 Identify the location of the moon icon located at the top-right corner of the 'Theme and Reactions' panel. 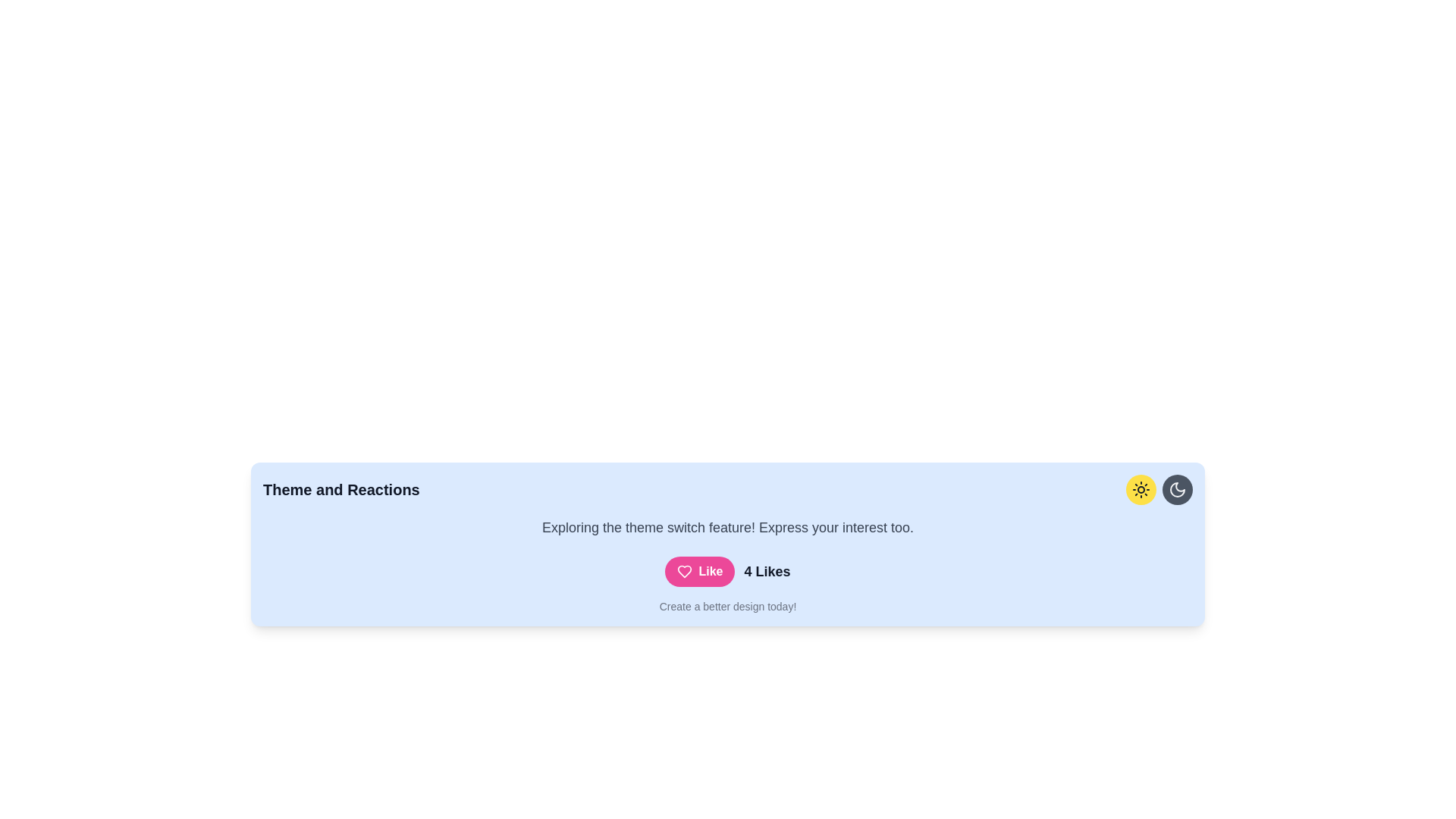
(1177, 489).